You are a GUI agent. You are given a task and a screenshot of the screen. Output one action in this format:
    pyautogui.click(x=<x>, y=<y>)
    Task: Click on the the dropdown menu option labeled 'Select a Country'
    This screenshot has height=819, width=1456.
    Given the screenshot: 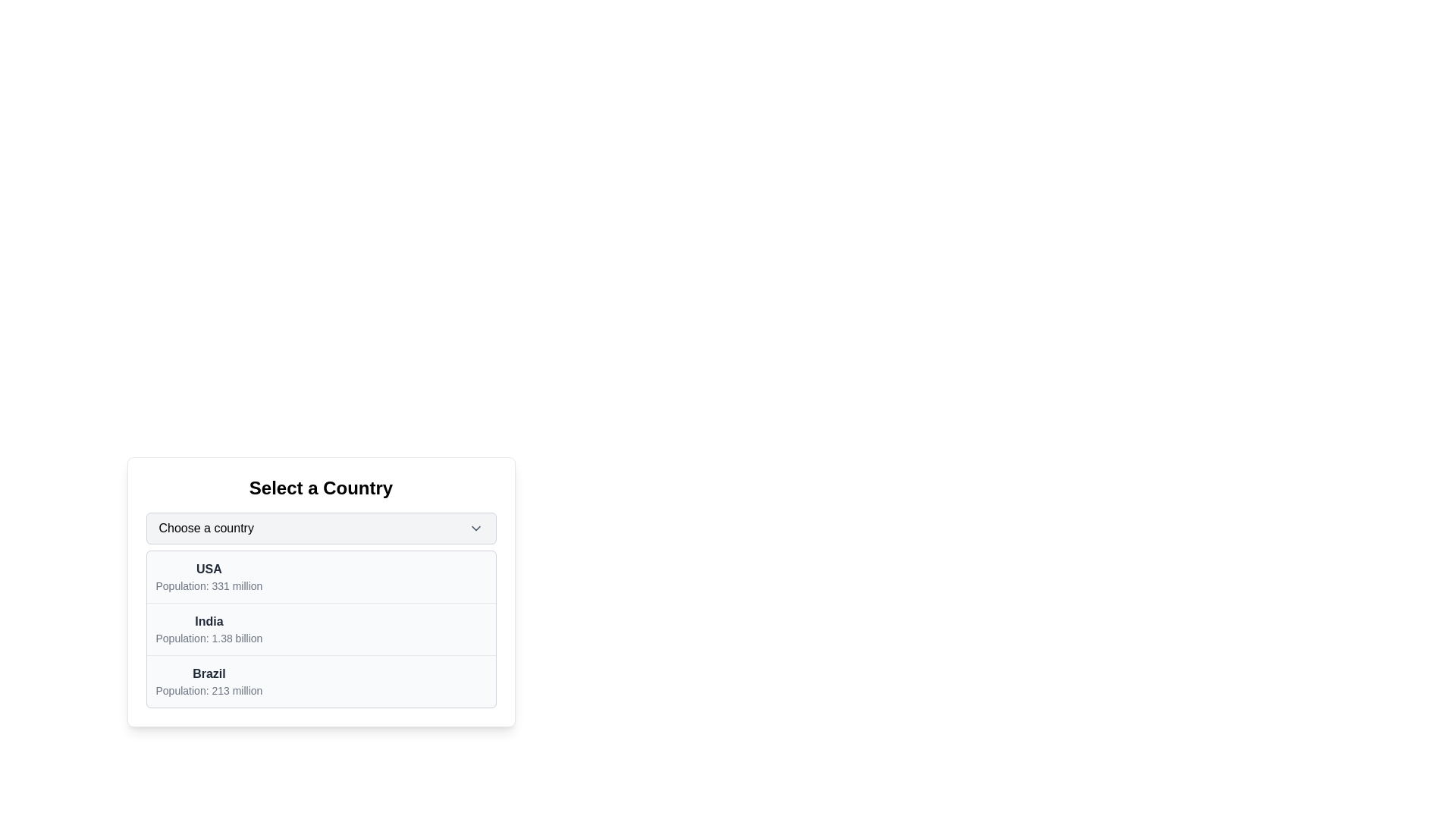 What is the action you would take?
    pyautogui.click(x=320, y=629)
    